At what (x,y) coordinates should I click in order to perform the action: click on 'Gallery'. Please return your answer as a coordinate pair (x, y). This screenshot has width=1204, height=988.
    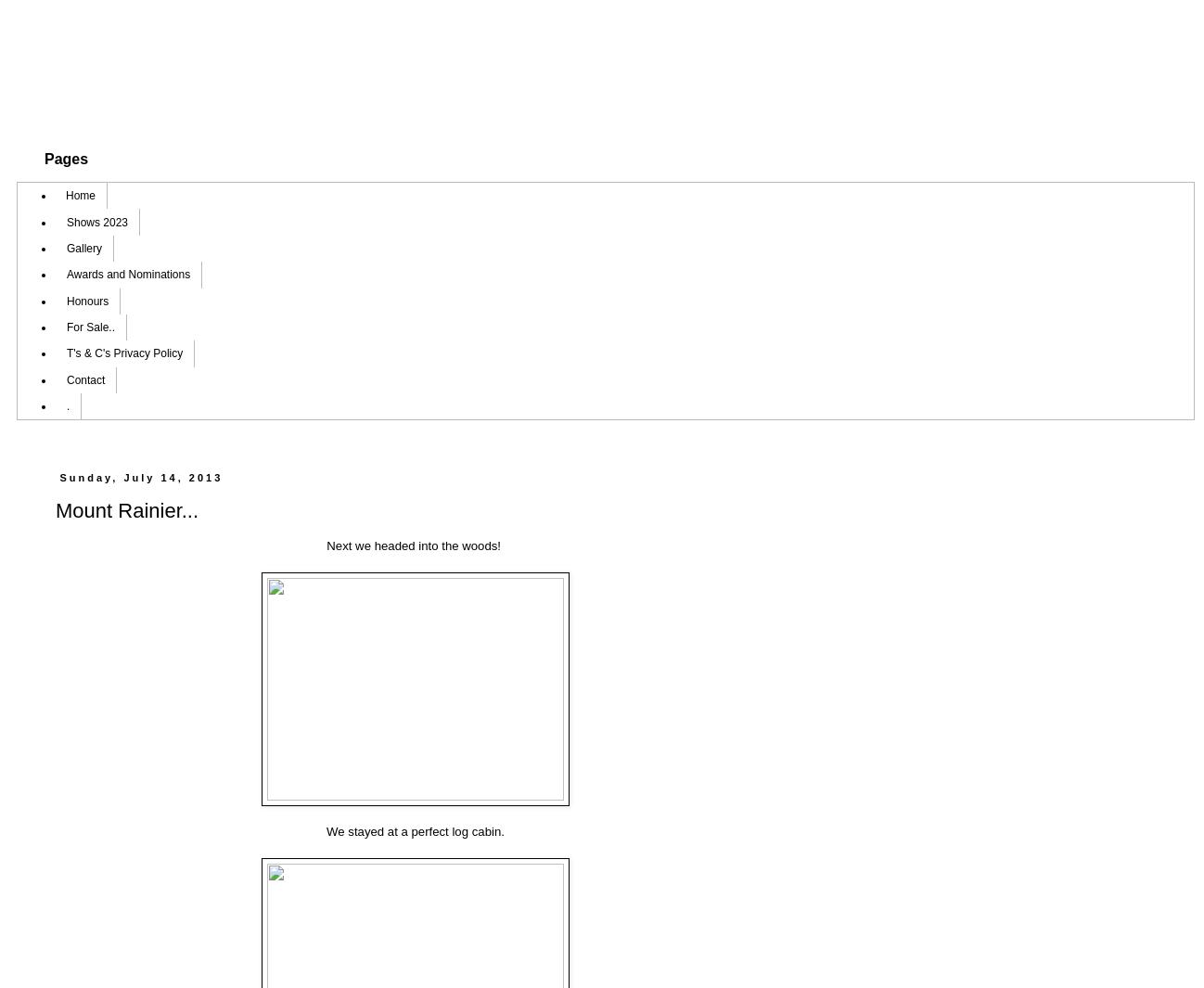
    Looking at the image, I should click on (83, 246).